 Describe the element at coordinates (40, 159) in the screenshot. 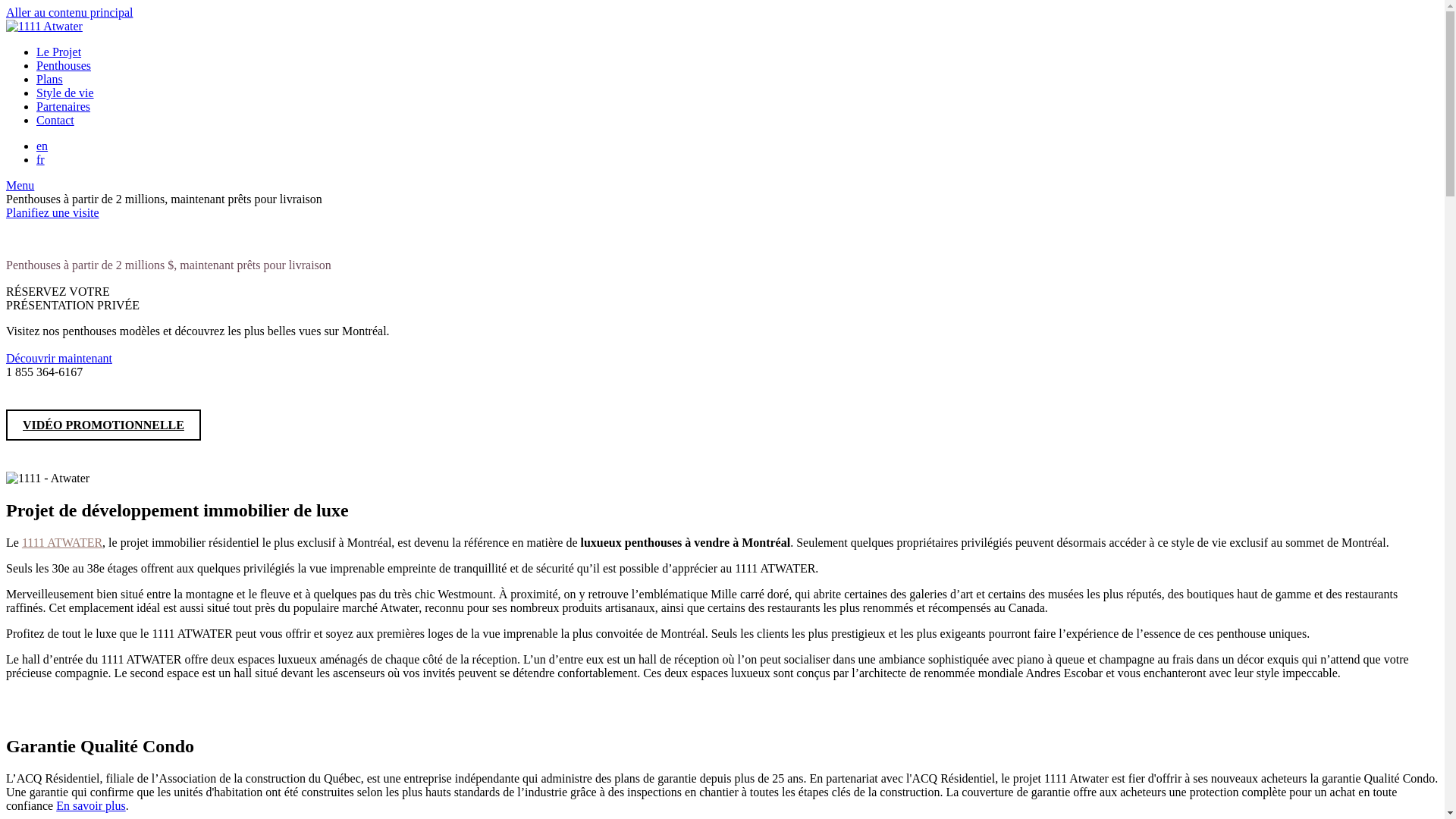

I see `'fr'` at that location.